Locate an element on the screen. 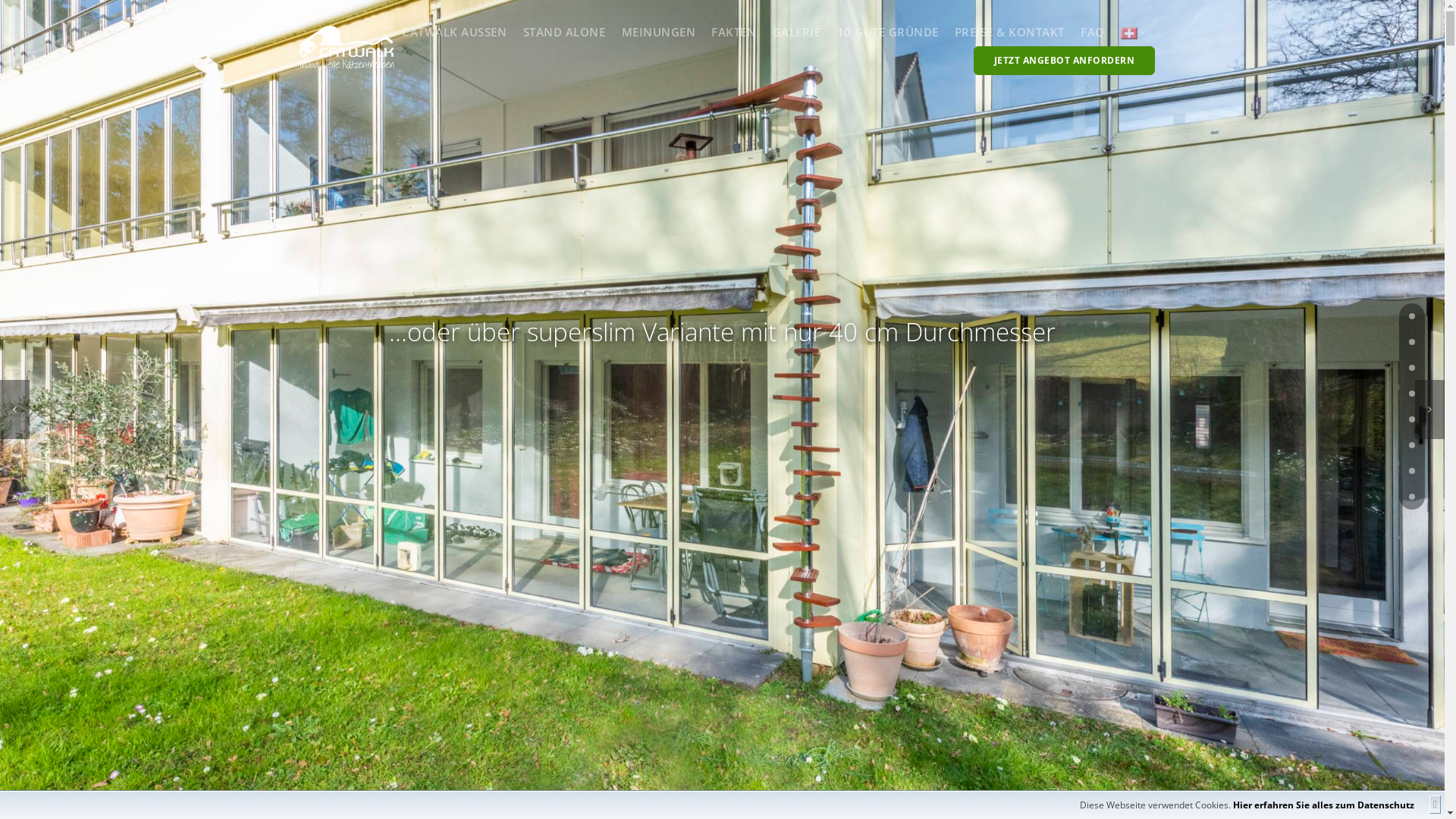  'PREISE & KONTAKT' is located at coordinates (1009, 32).